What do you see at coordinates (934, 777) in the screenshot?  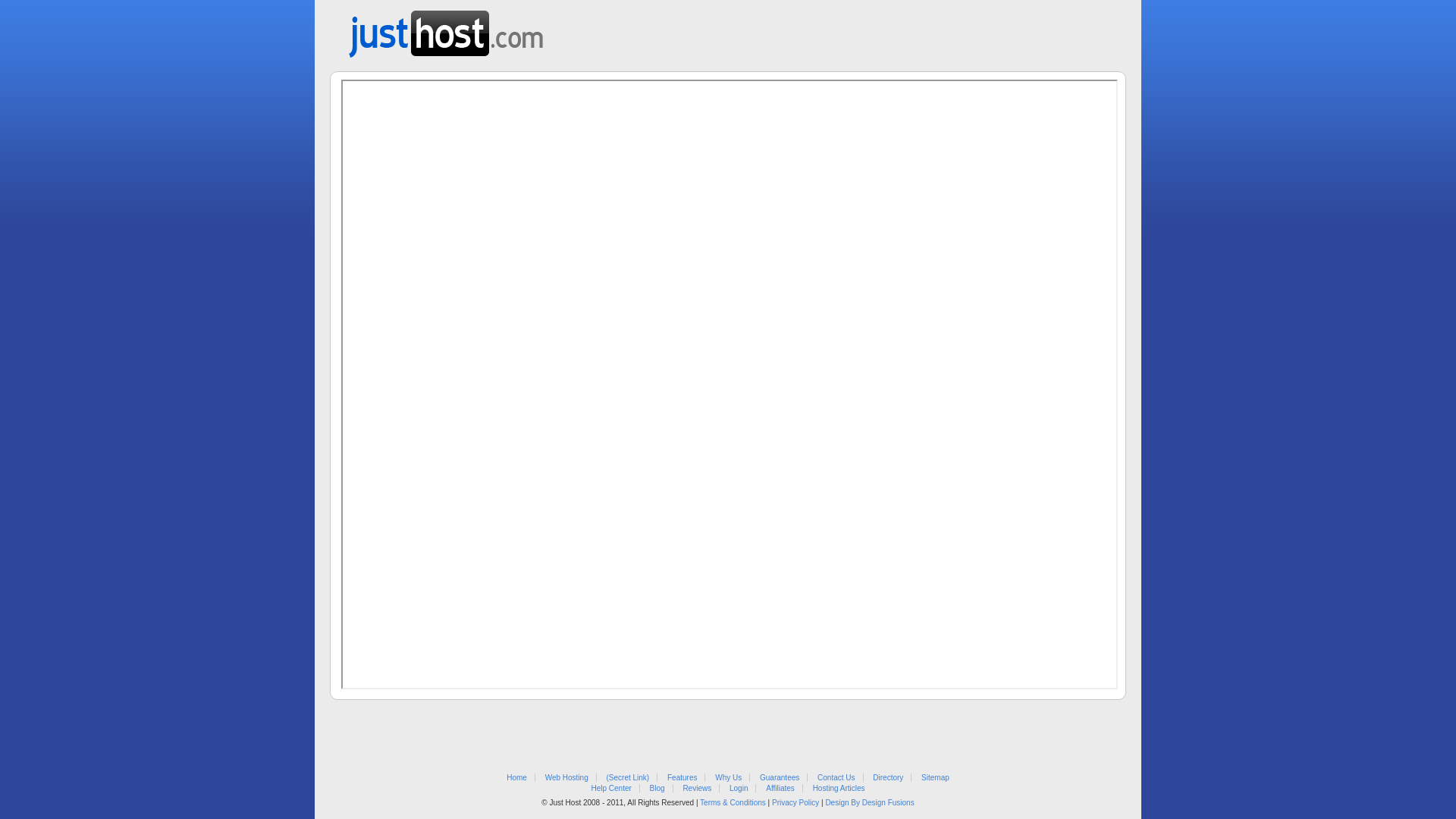 I see `'Sitemap'` at bounding box center [934, 777].